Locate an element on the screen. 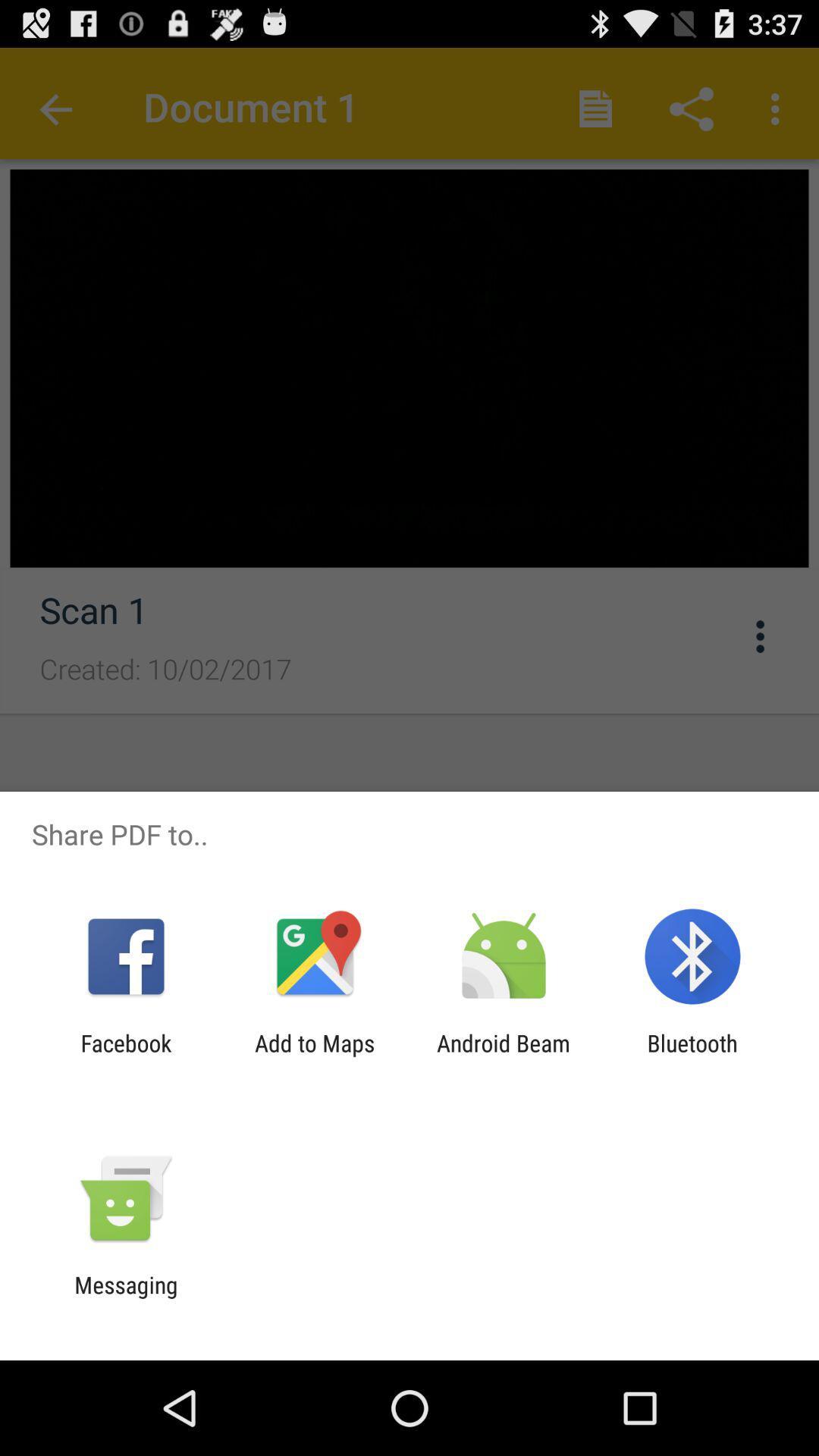 The height and width of the screenshot is (1456, 819). the android beam icon is located at coordinates (504, 1056).